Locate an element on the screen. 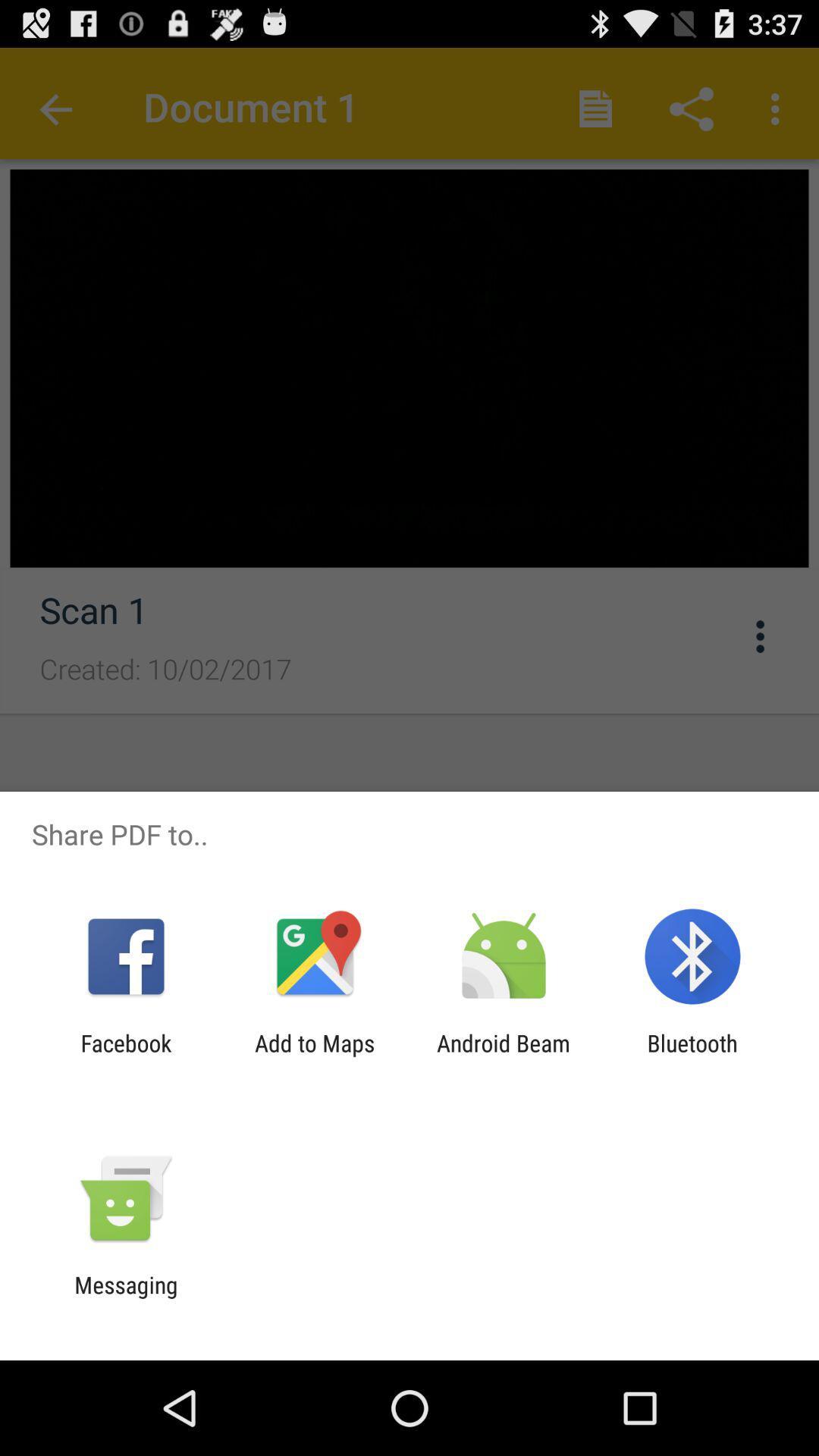 The height and width of the screenshot is (1456, 819). the android beam icon is located at coordinates (504, 1056).